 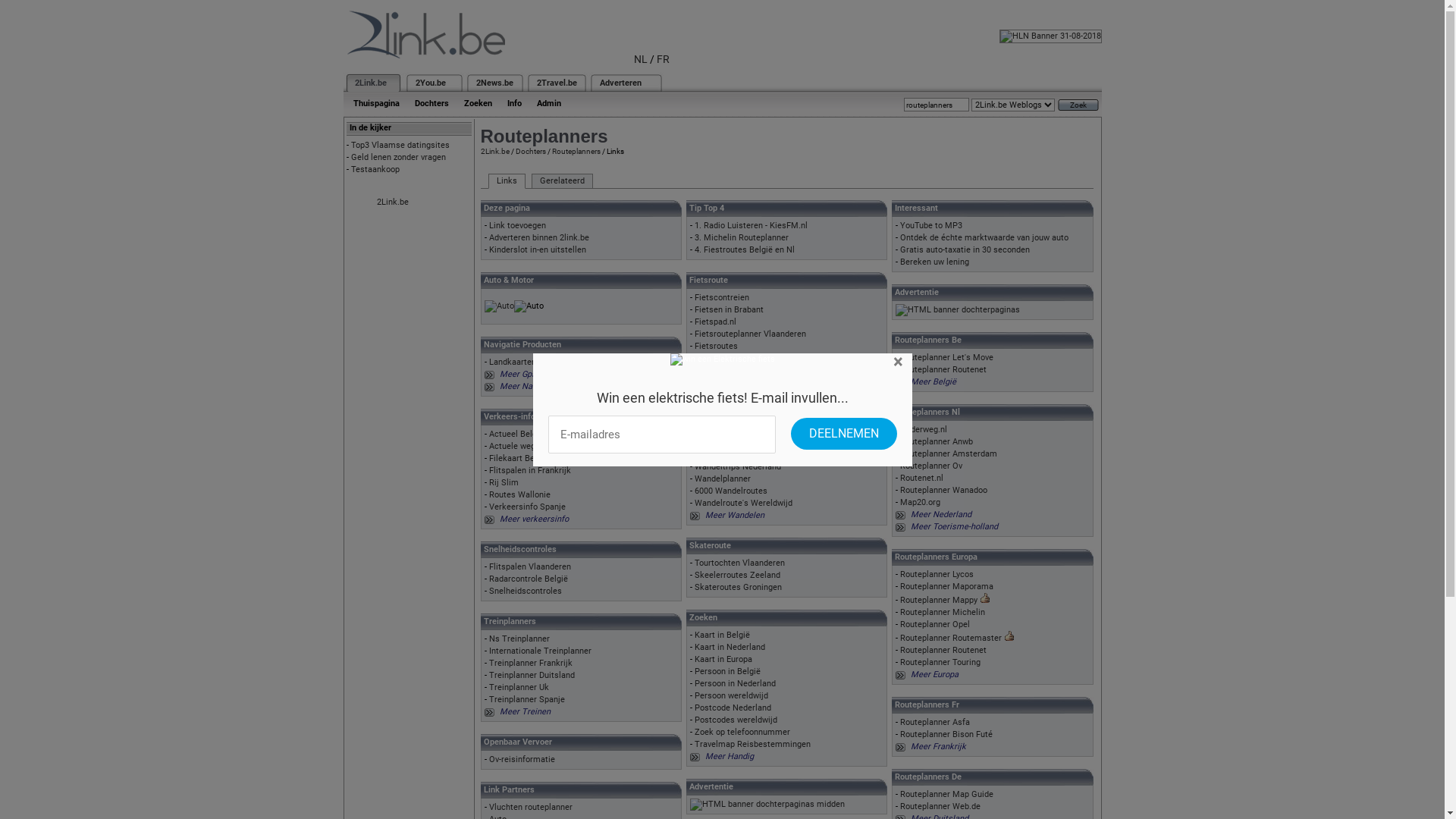 I want to click on 'Treinplanner Spanje', so click(x=488, y=699).